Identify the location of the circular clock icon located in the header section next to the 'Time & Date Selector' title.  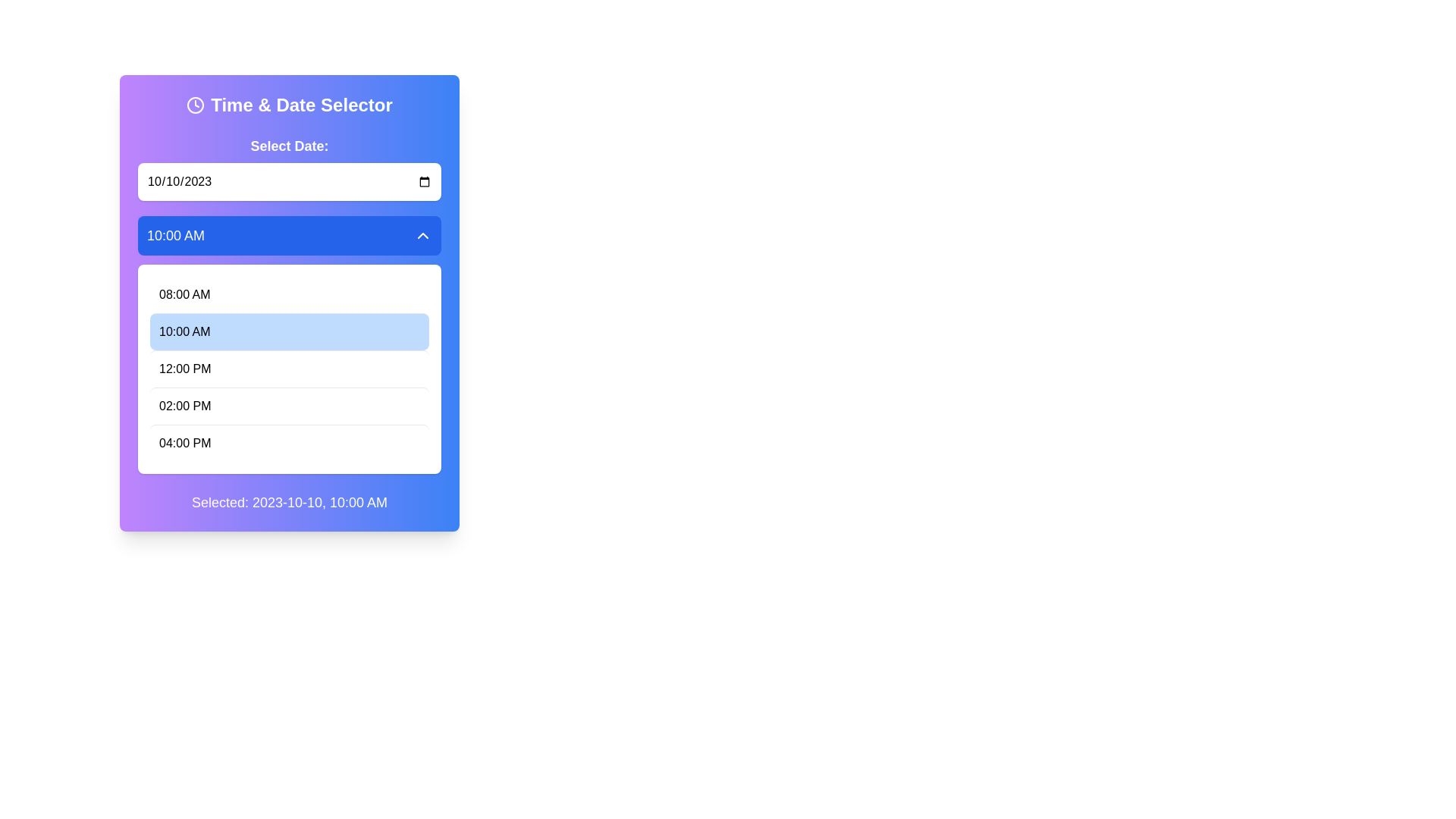
(195, 104).